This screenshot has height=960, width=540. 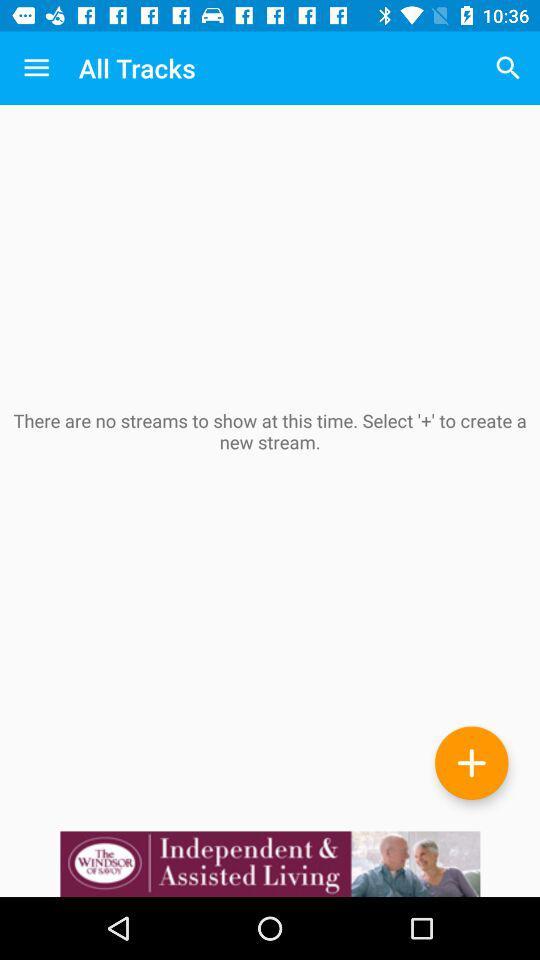 I want to click on the add icon, so click(x=471, y=762).